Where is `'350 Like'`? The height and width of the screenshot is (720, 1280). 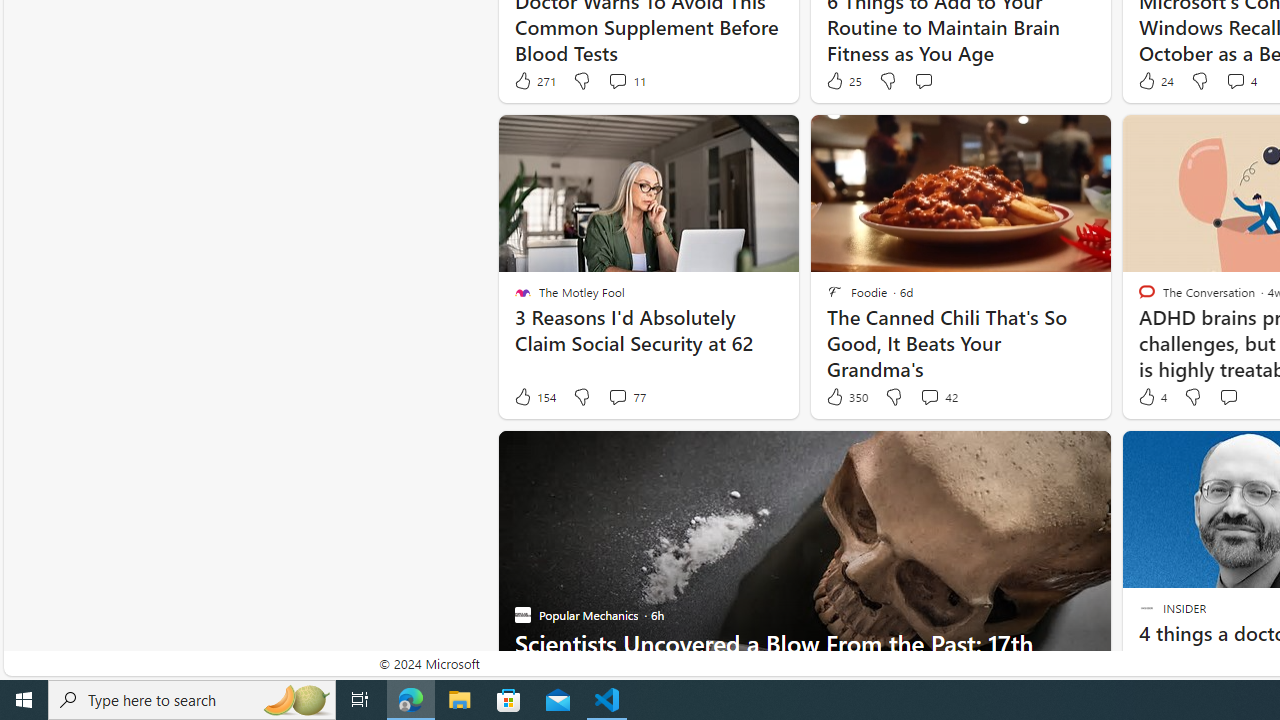 '350 Like' is located at coordinates (846, 397).